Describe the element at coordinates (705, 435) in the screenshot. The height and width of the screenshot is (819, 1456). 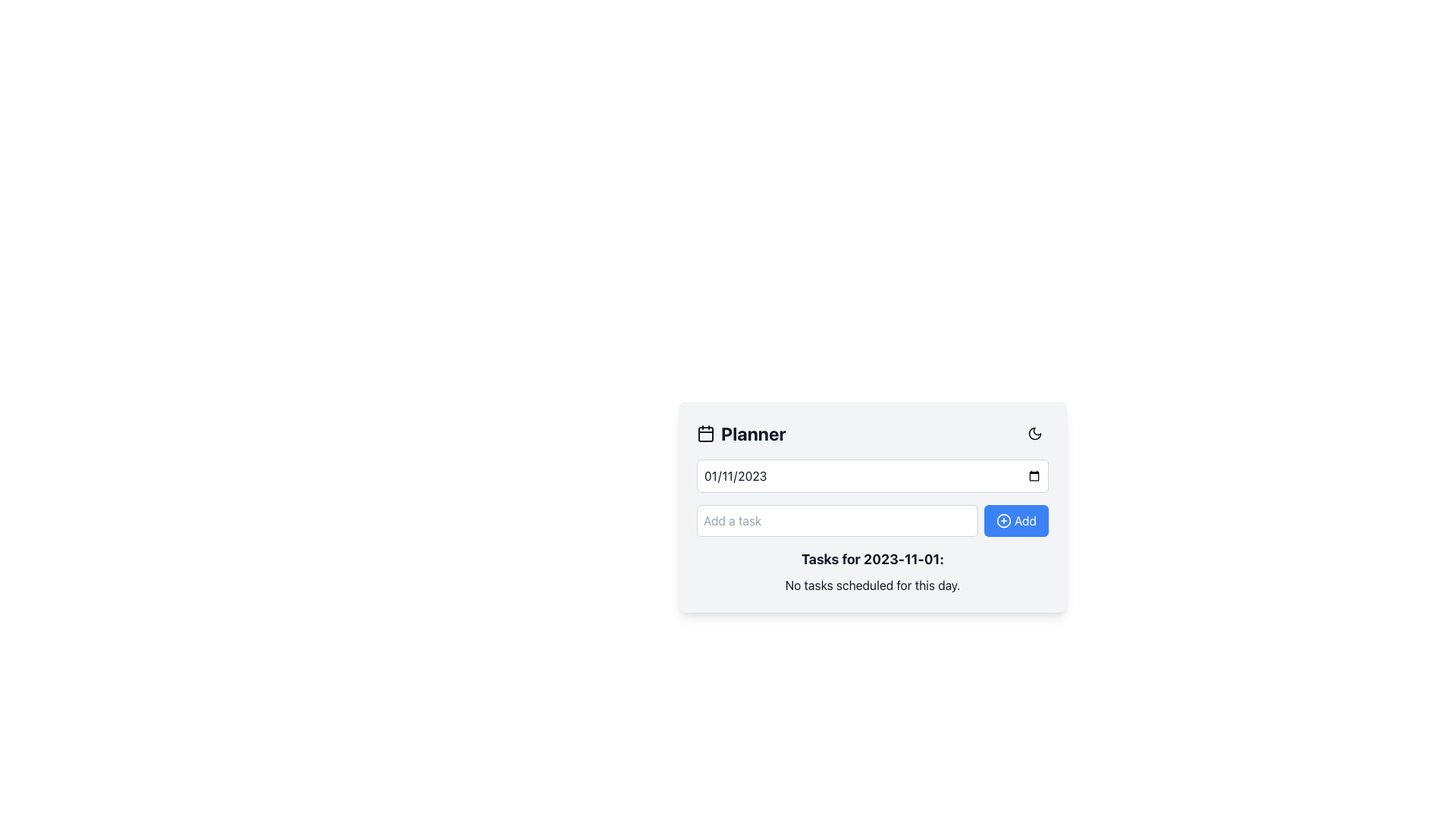
I see `the decorative rectangle inside the SVG calendar icon, which is located to the left of the title 'Planner' on the interface` at that location.